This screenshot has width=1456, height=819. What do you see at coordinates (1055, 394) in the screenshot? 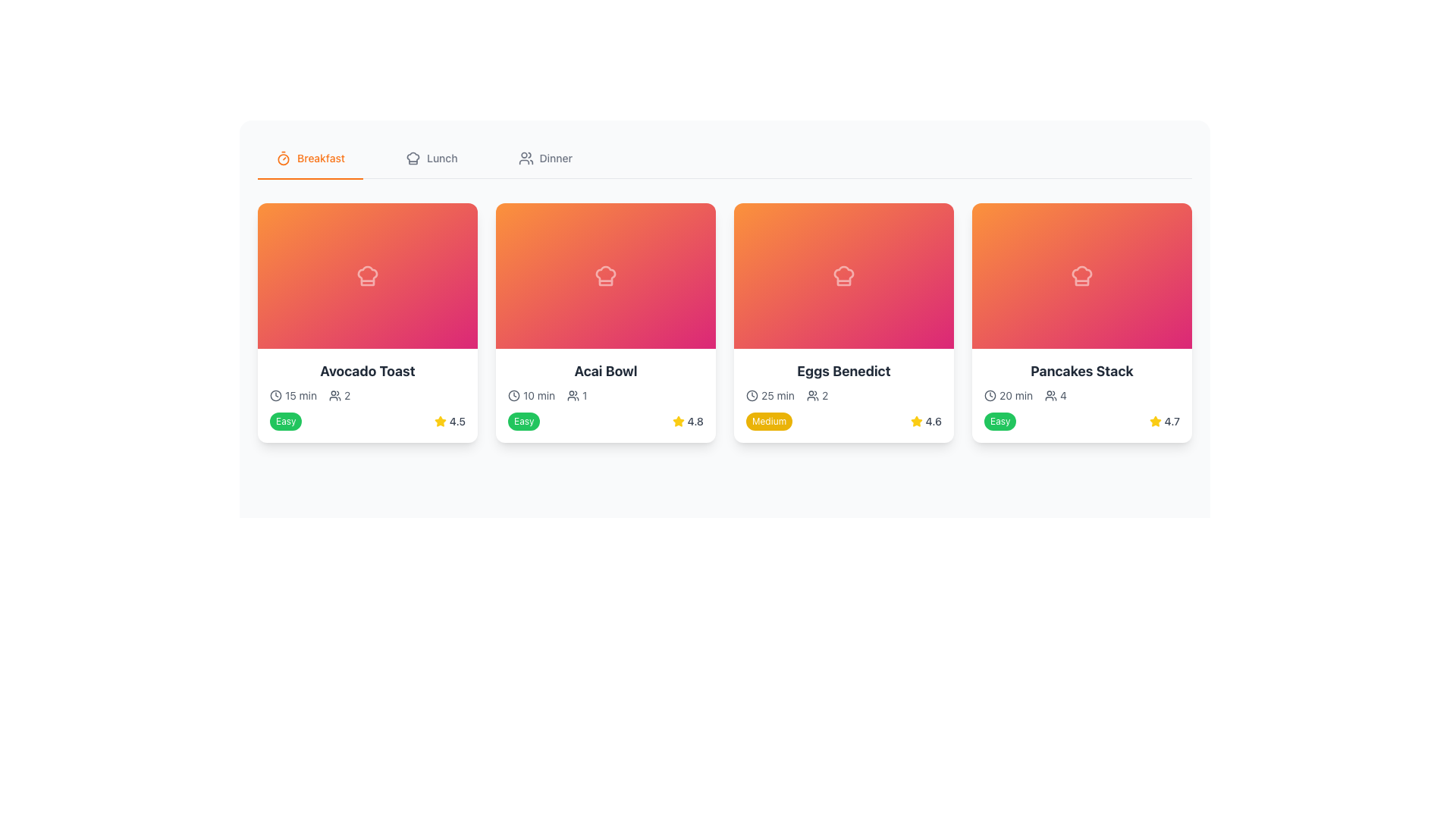
I see `displayed user count information, which shows '4' next to the icon representing people, located below the title 'Pancakes Stack' in the fourth card from the left` at bounding box center [1055, 394].